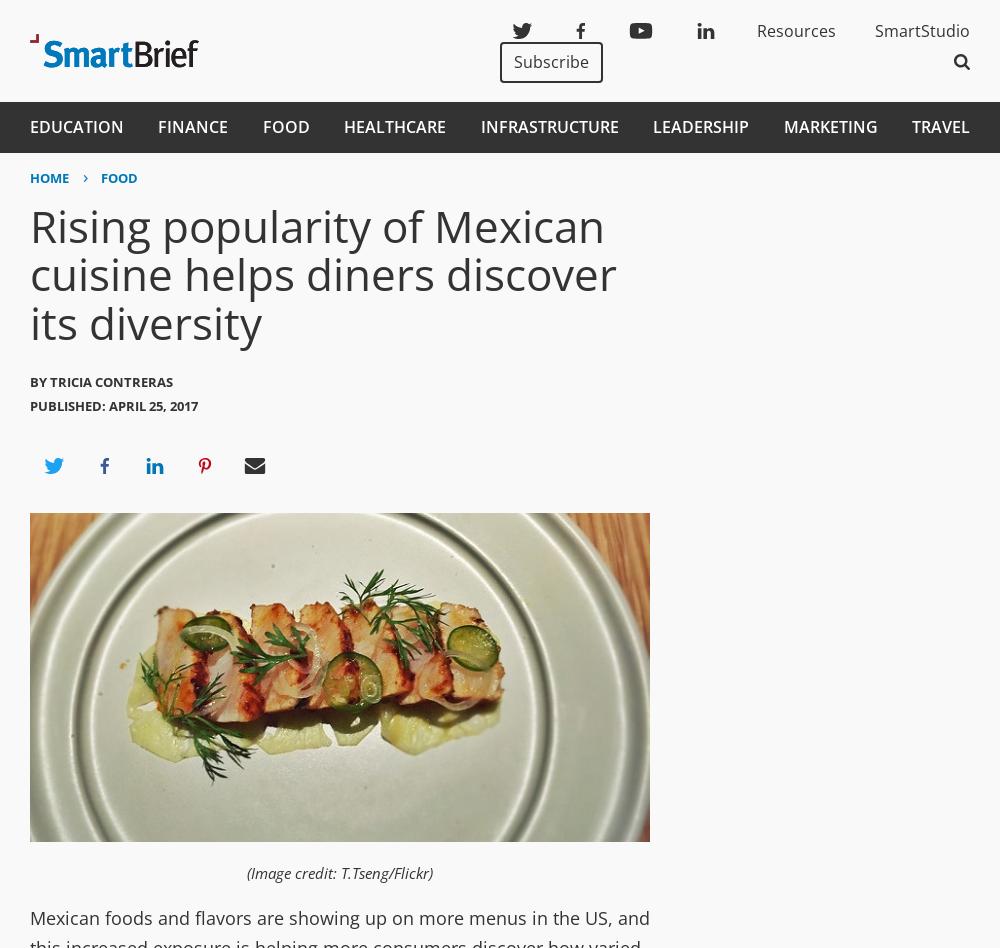 This screenshot has height=948, width=1000. Describe the element at coordinates (39, 381) in the screenshot. I see `'By'` at that location.